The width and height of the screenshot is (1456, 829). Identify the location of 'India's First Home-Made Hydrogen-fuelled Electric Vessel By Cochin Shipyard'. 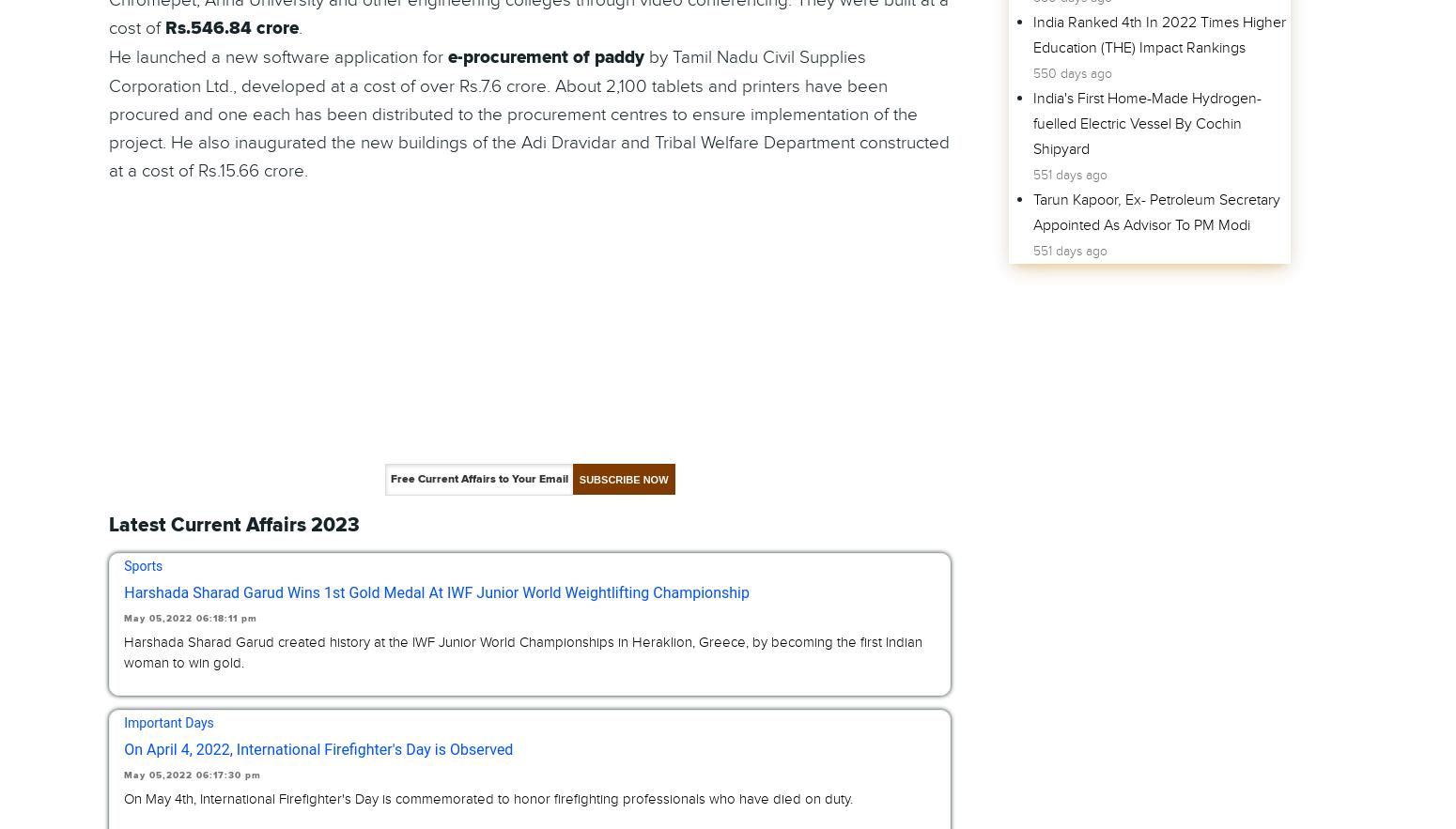
(1146, 122).